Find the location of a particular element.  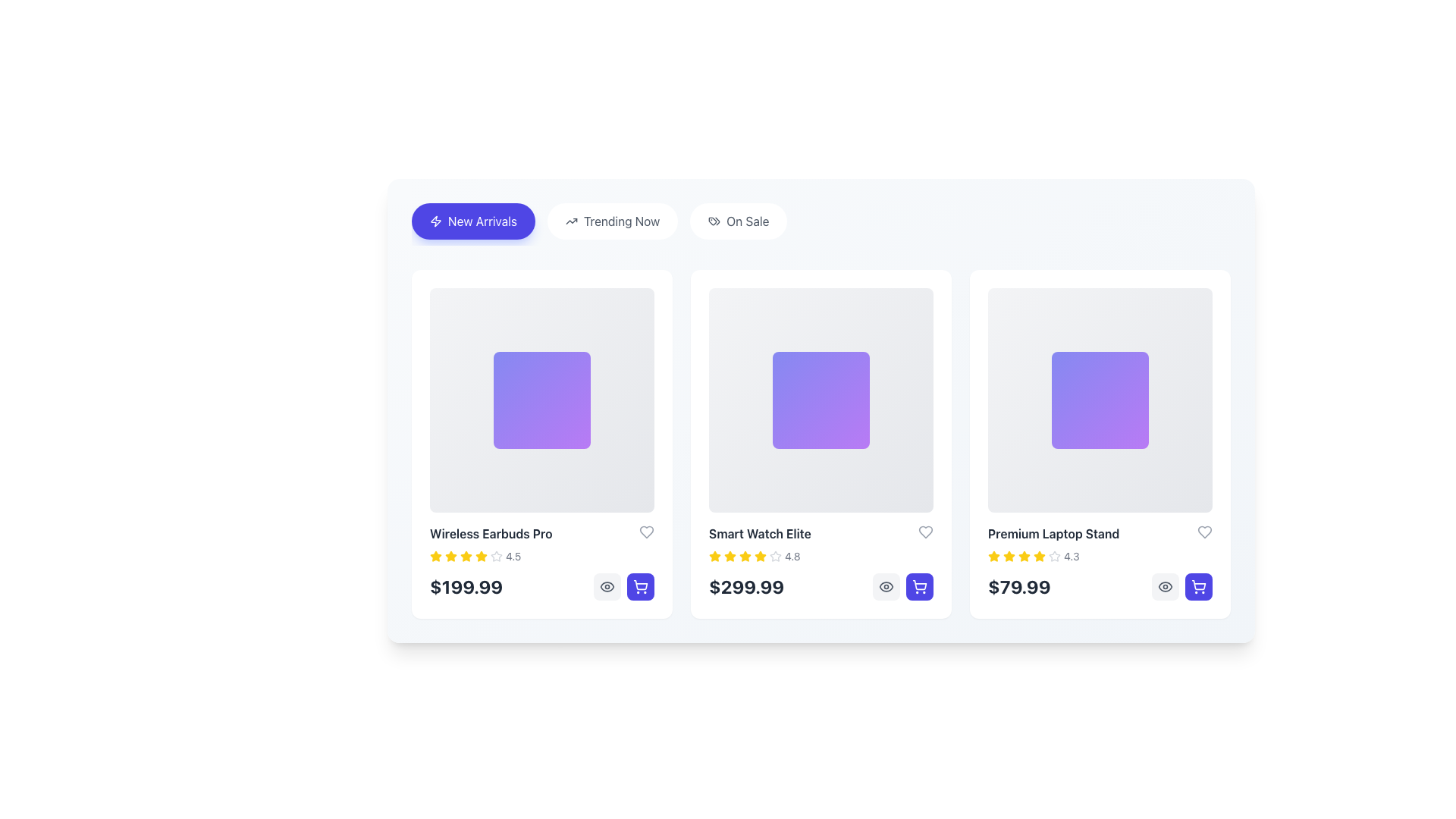

static text label displaying the price of the product located at the bottom of the leftmost product card in the horizontally arranged list is located at coordinates (466, 586).